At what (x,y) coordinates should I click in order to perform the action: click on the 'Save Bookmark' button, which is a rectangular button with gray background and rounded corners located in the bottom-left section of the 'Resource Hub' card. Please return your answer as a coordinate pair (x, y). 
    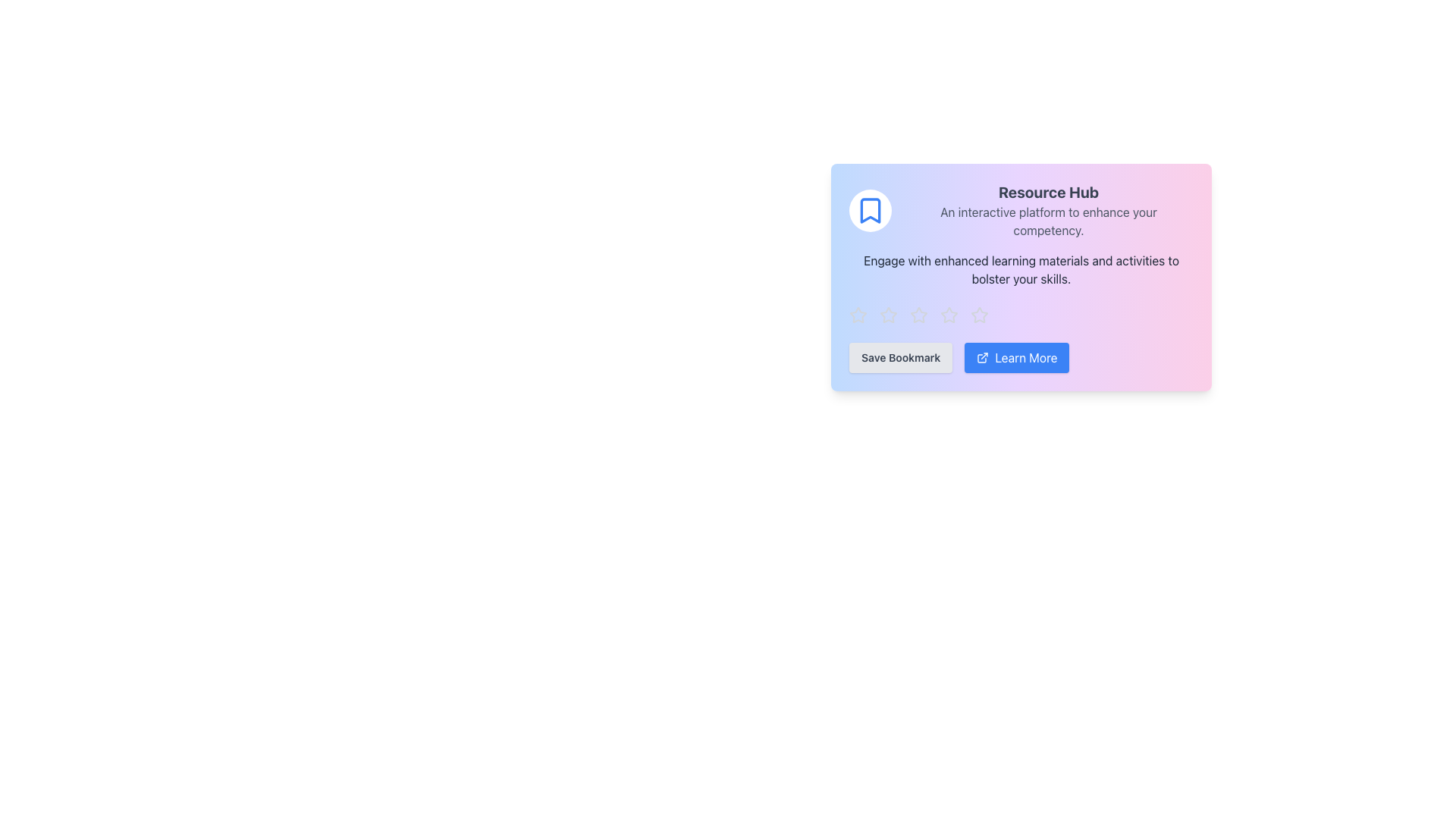
    Looking at the image, I should click on (901, 357).